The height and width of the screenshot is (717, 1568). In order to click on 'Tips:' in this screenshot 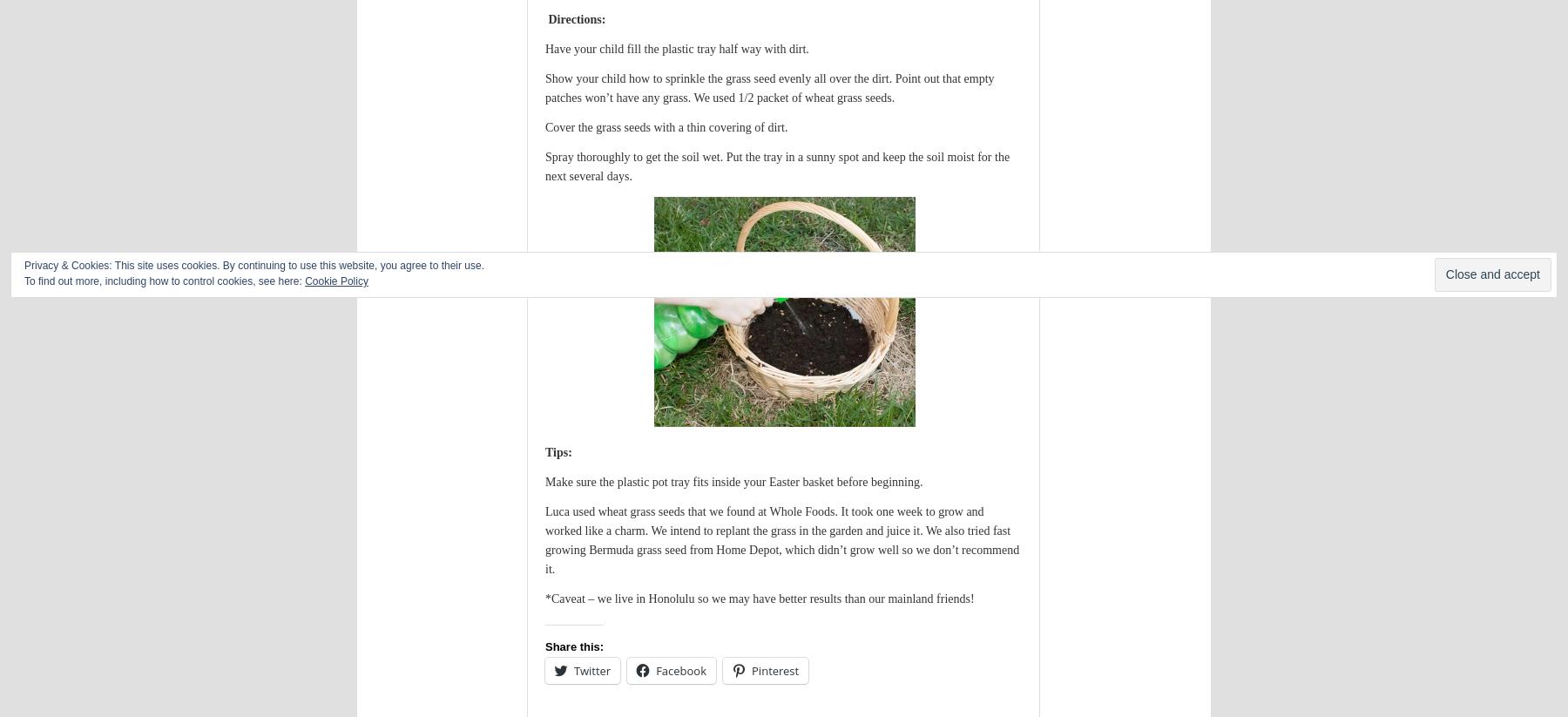, I will do `click(559, 452)`.